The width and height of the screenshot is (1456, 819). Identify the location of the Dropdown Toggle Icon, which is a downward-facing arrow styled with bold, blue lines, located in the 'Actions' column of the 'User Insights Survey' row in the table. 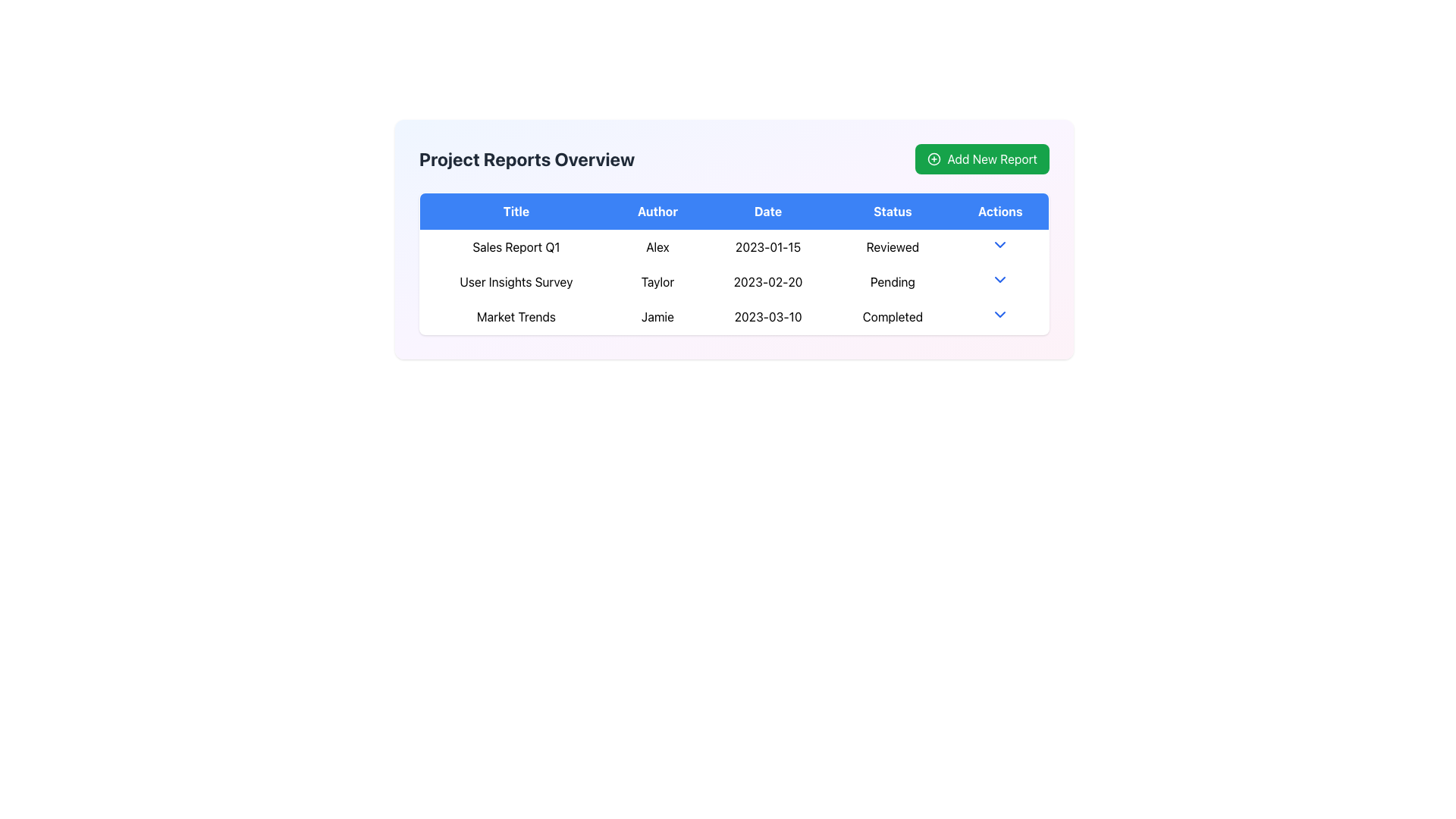
(1000, 280).